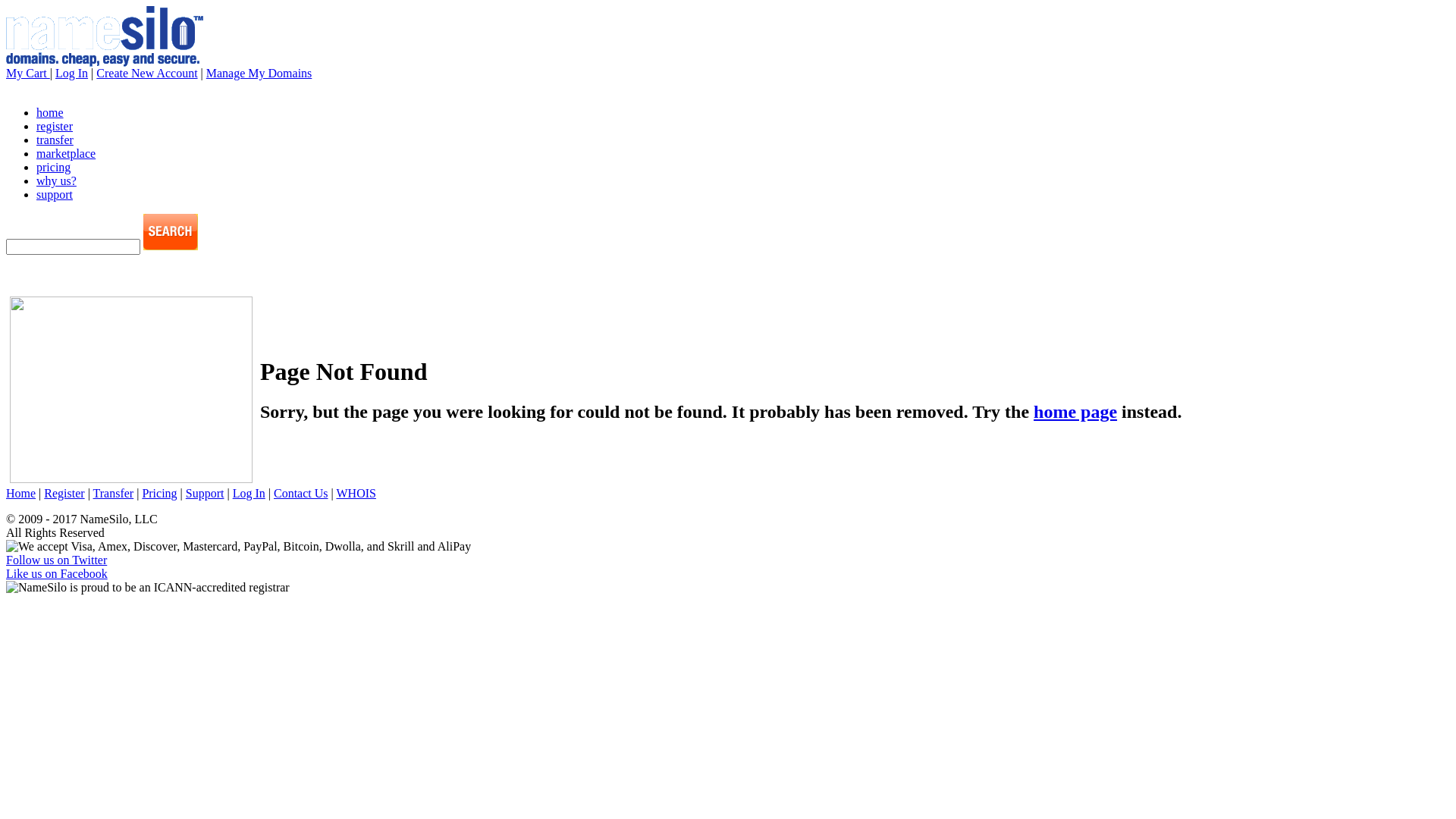 Image resolution: width=1456 pixels, height=819 pixels. Describe the element at coordinates (1074, 412) in the screenshot. I see `'home page'` at that location.